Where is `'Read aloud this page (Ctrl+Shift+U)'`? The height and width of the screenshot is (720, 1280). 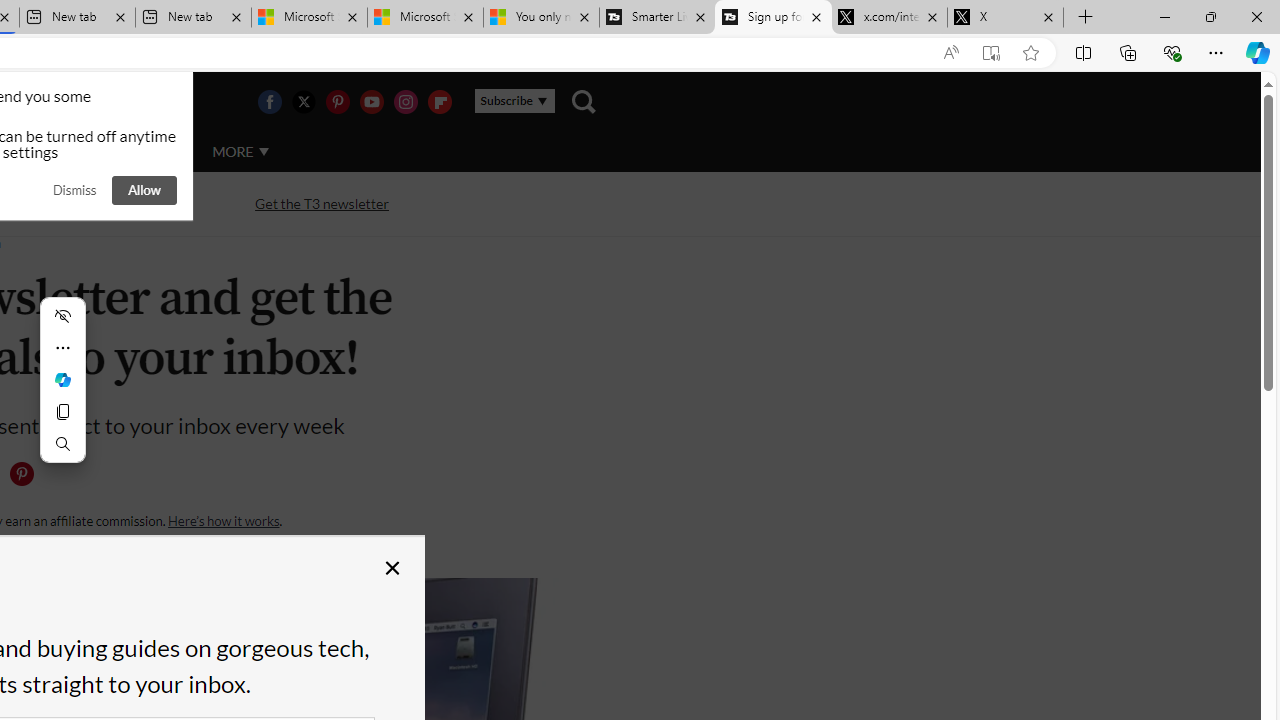 'Read aloud this page (Ctrl+Shift+U)' is located at coordinates (950, 52).